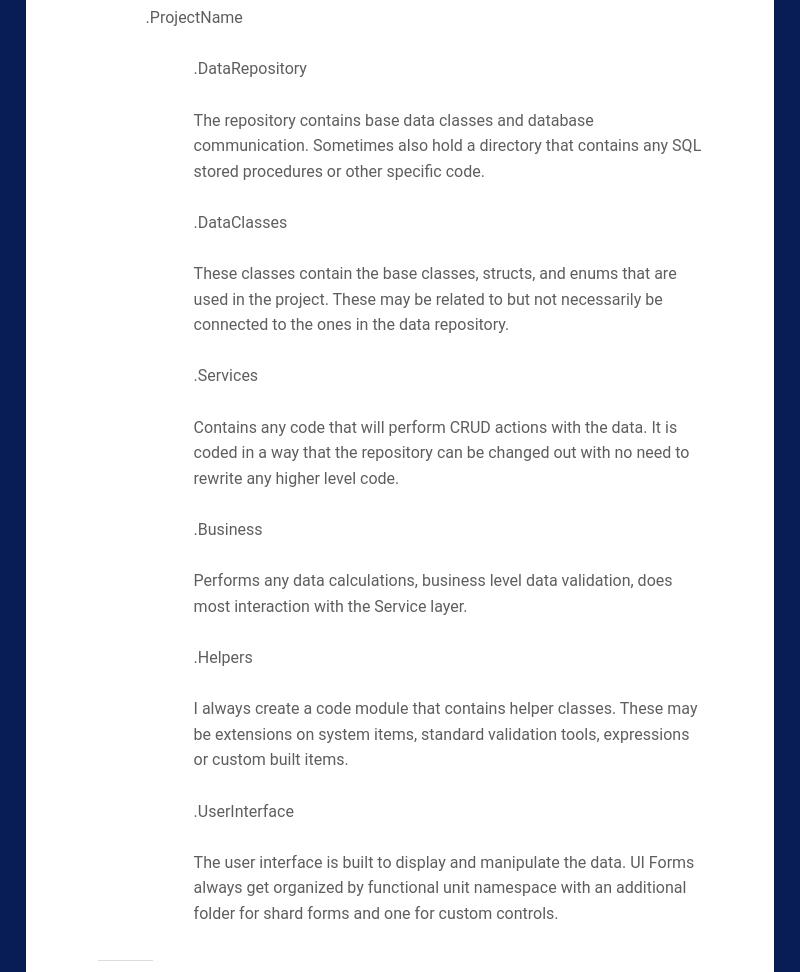 This screenshot has width=800, height=972. Describe the element at coordinates (191, 887) in the screenshot. I see `'UI Forms always get organized by functional unit namespace with an additional folder for shard forms and one for custom controls.'` at that location.